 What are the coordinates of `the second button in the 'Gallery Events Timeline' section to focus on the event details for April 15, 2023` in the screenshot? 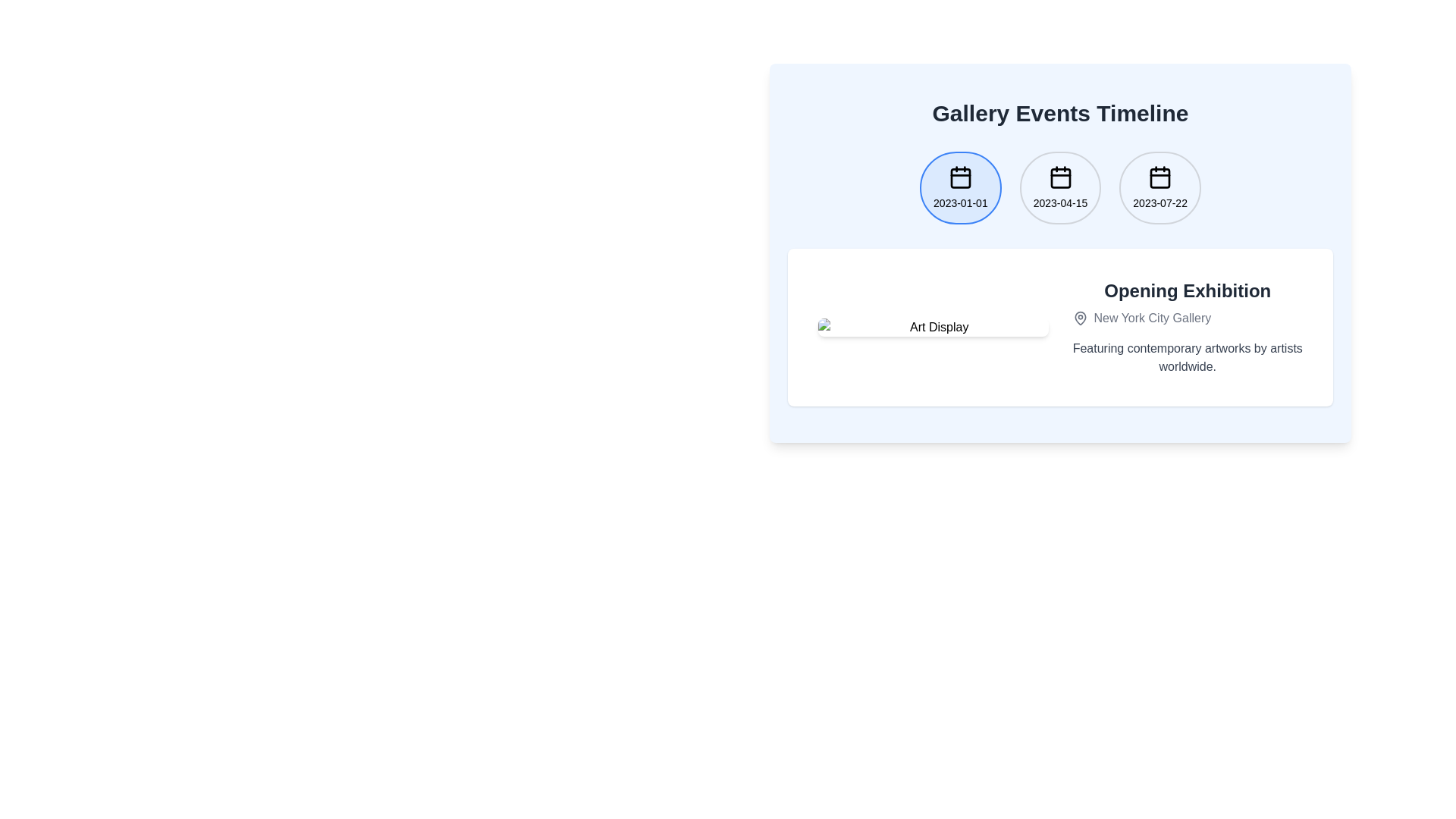 It's located at (1059, 187).